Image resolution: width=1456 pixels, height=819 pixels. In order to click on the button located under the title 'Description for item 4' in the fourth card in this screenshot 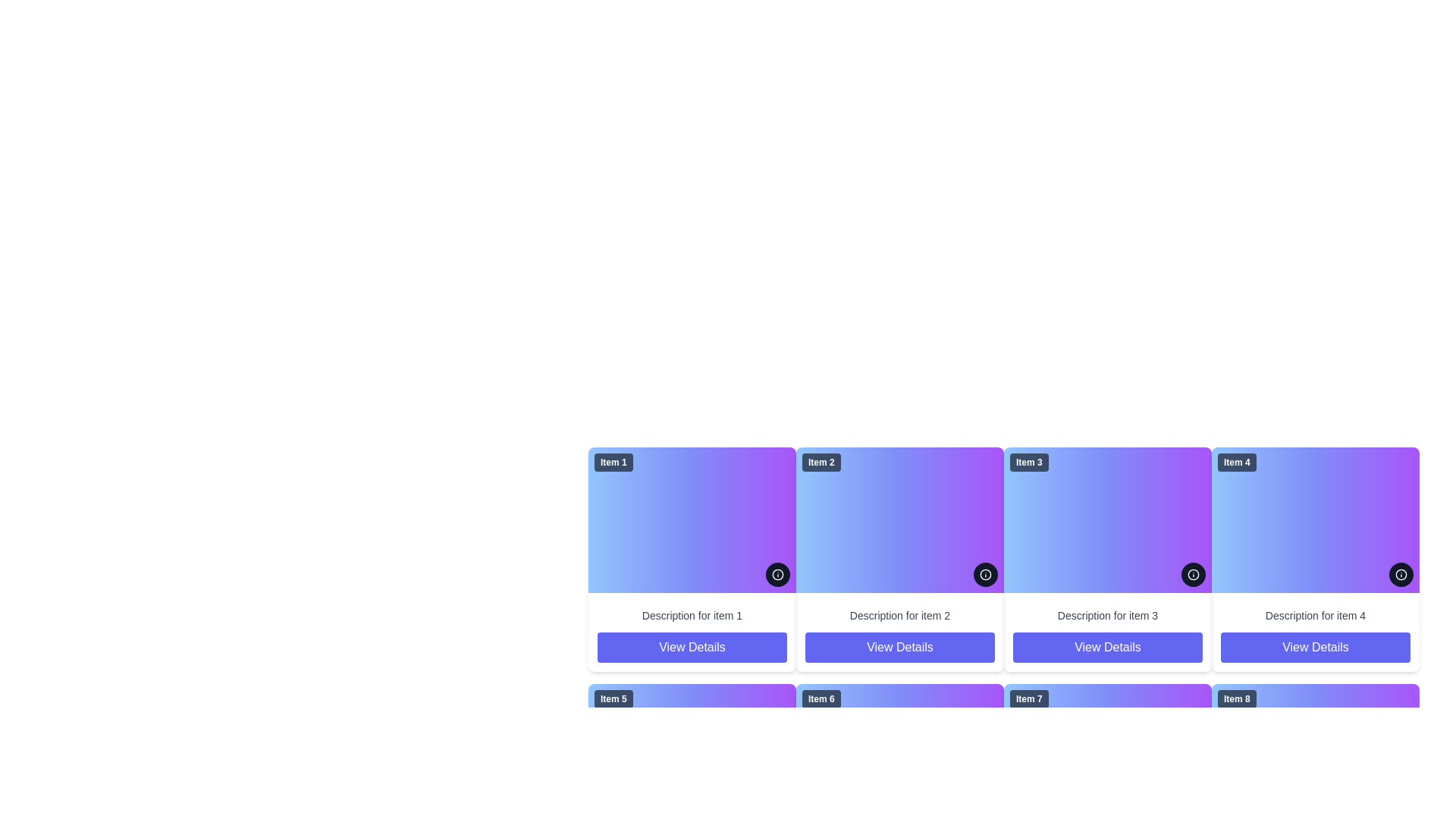, I will do `click(1314, 647)`.